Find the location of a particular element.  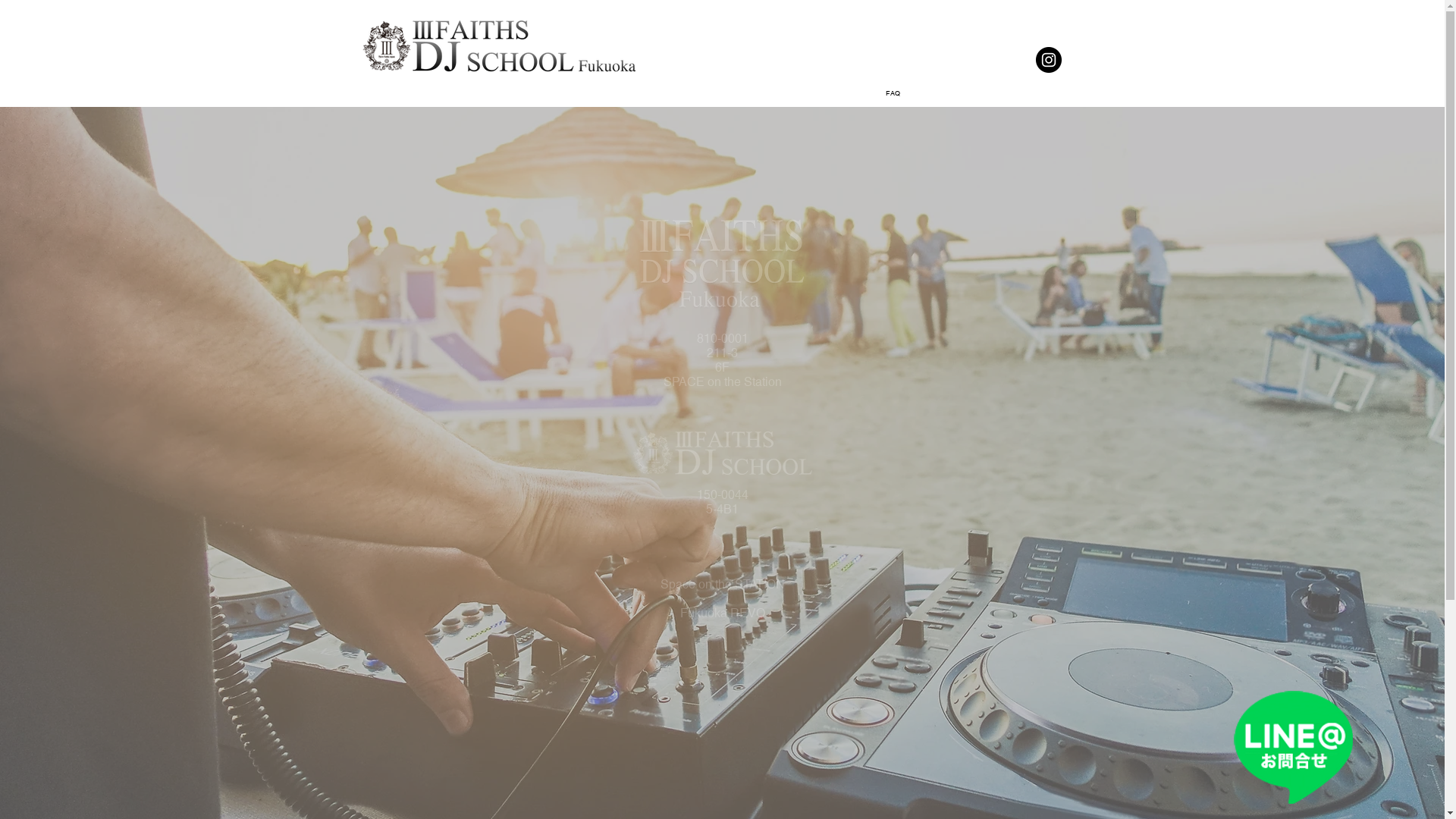

'FAQ' is located at coordinates (851, 93).